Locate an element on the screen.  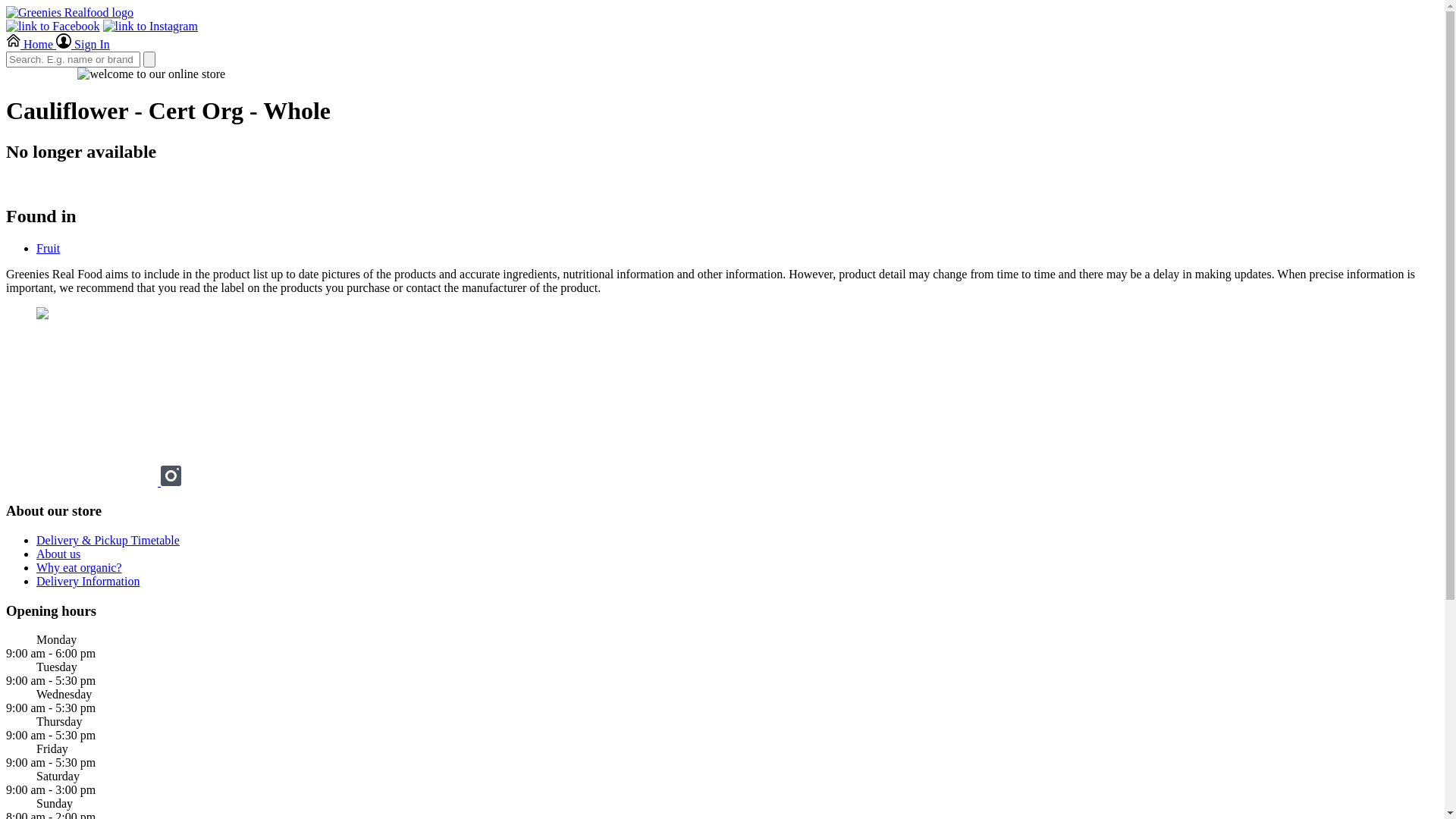
'Search' is located at coordinates (149, 58).